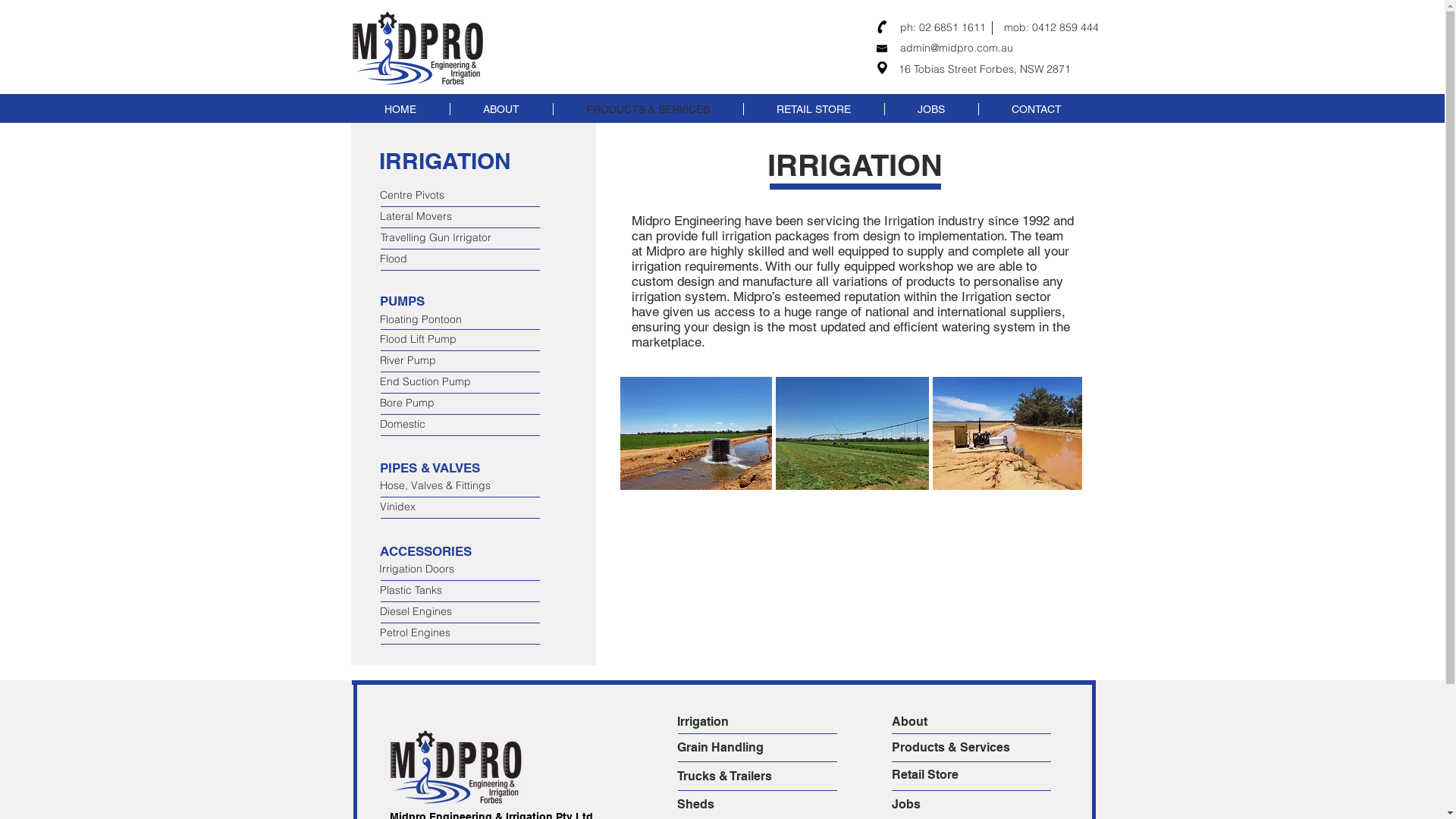  Describe the element at coordinates (415, 611) in the screenshot. I see `'Diesel Engines'` at that location.